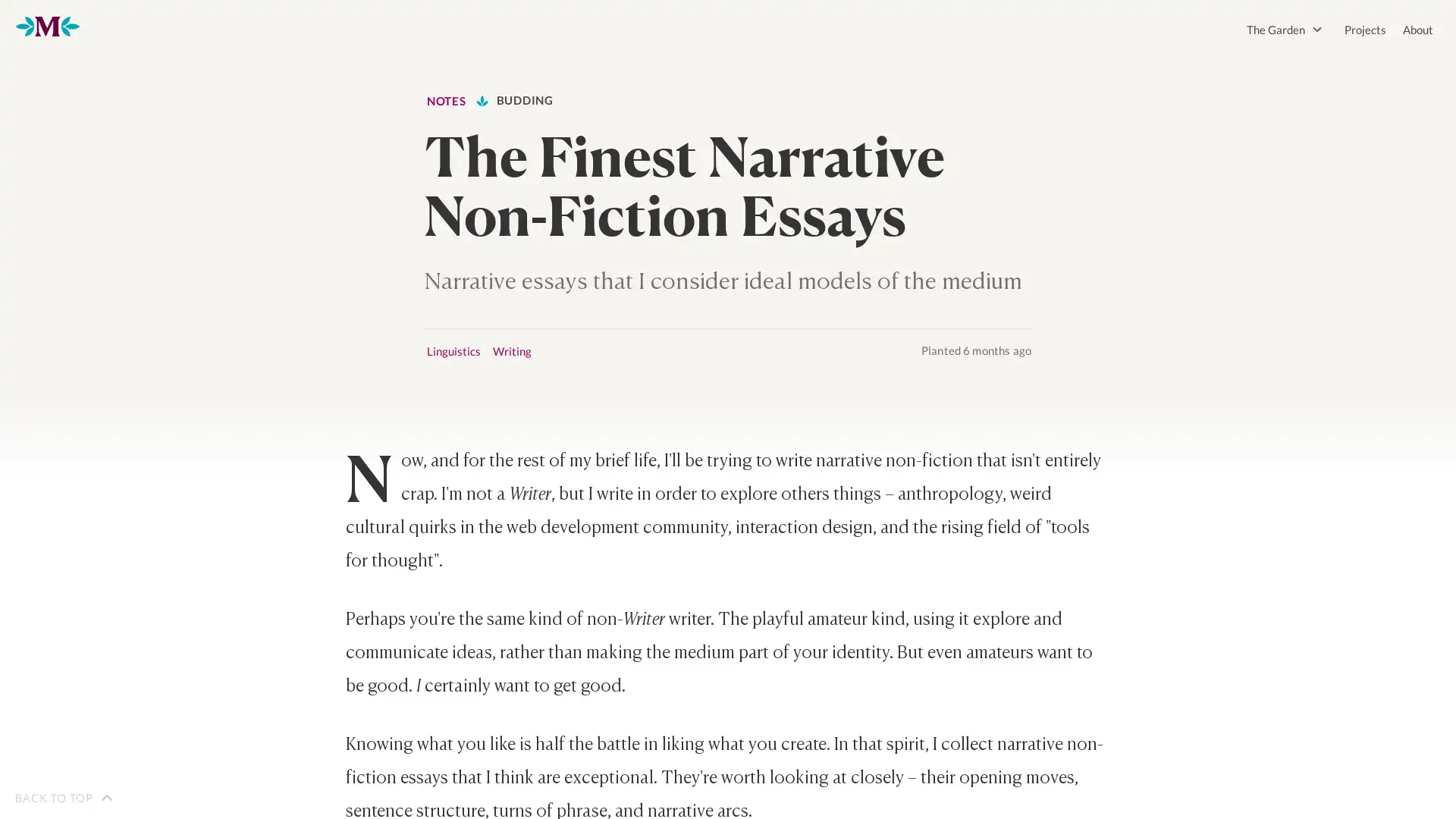 This screenshot has width=1456, height=819. I want to click on The Garden, so click(1276, 29).